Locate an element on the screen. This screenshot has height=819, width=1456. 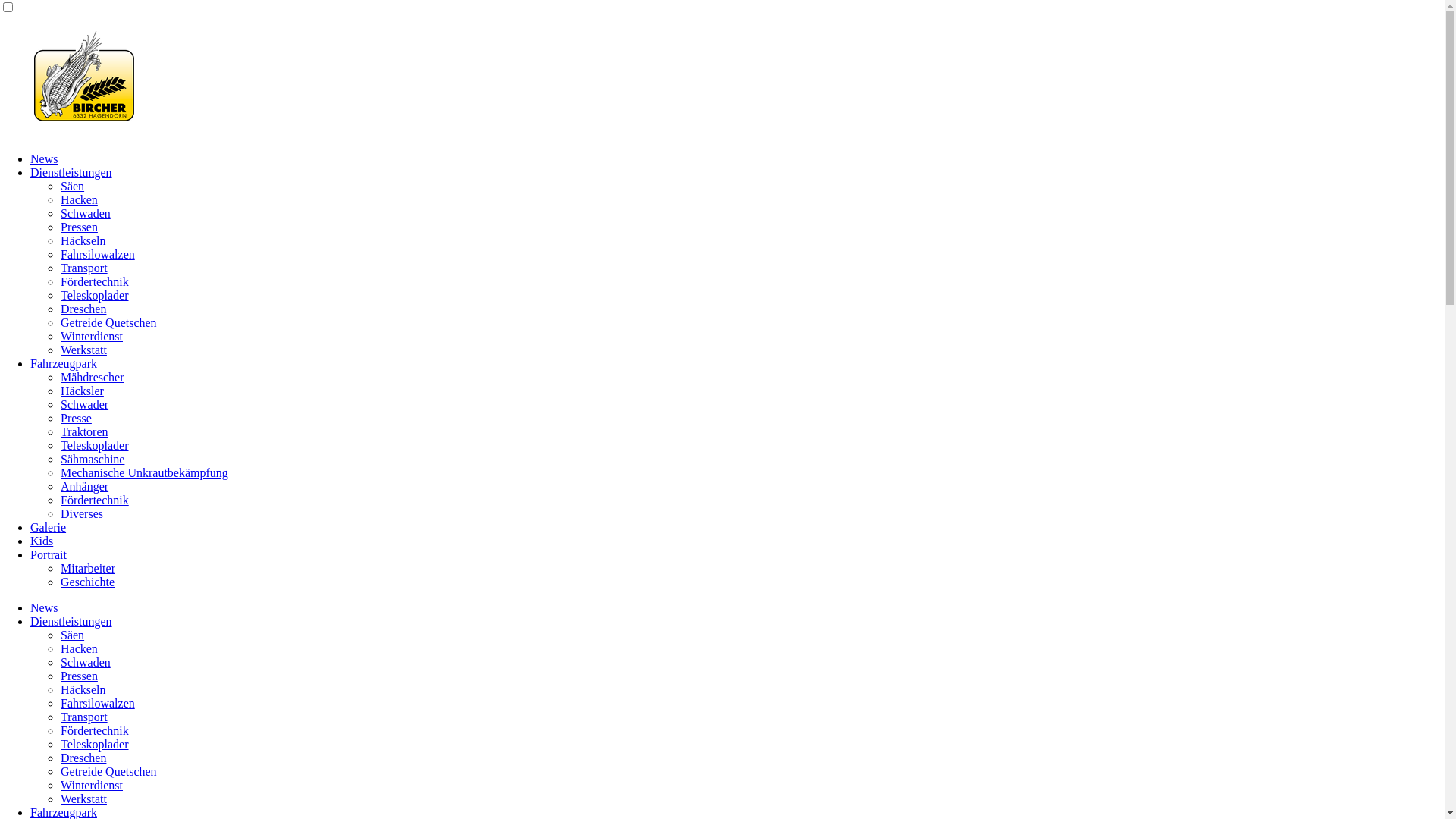
'Teleskoplader' is located at coordinates (93, 743).